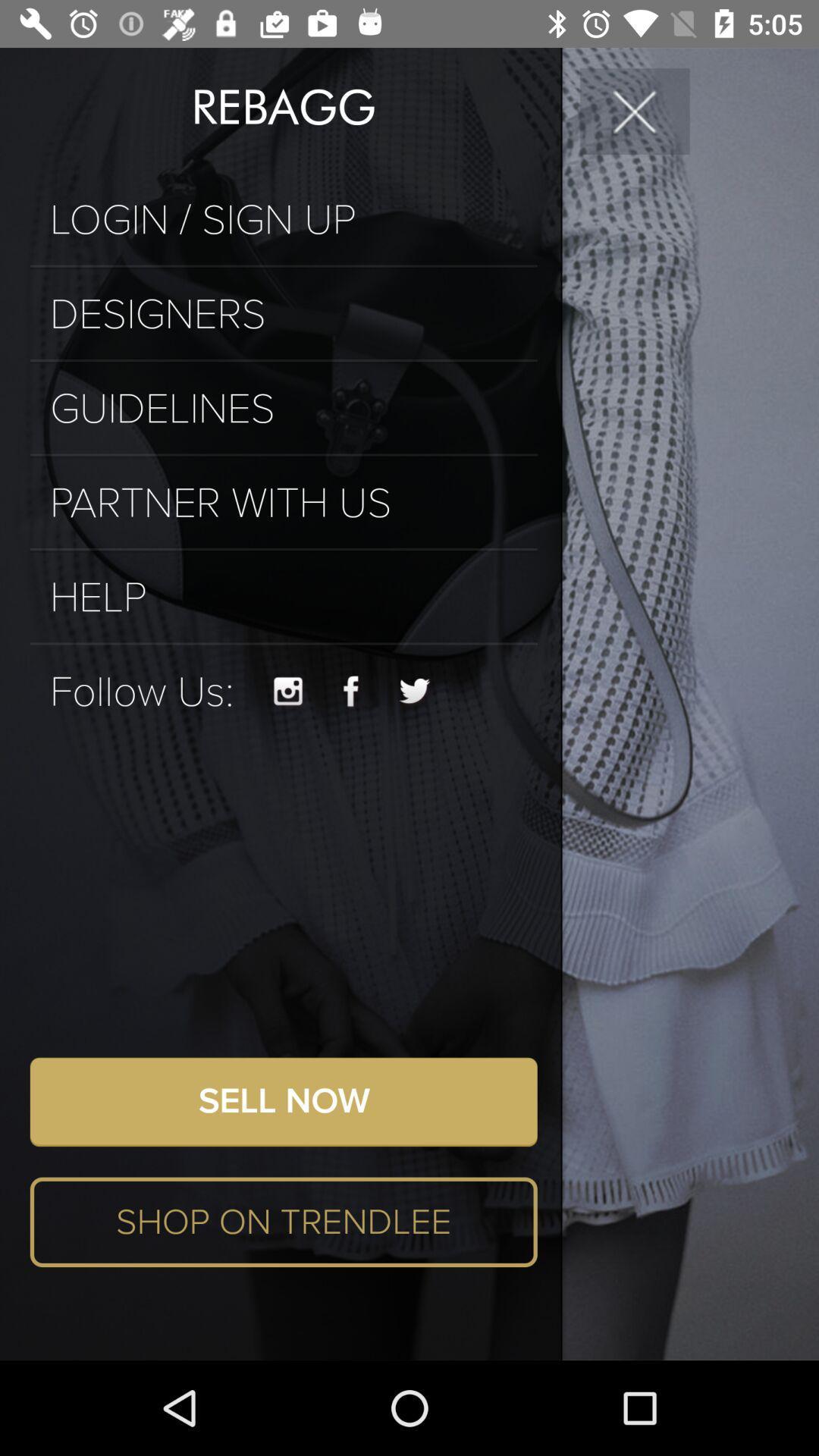  I want to click on follow on twitter, so click(415, 691).